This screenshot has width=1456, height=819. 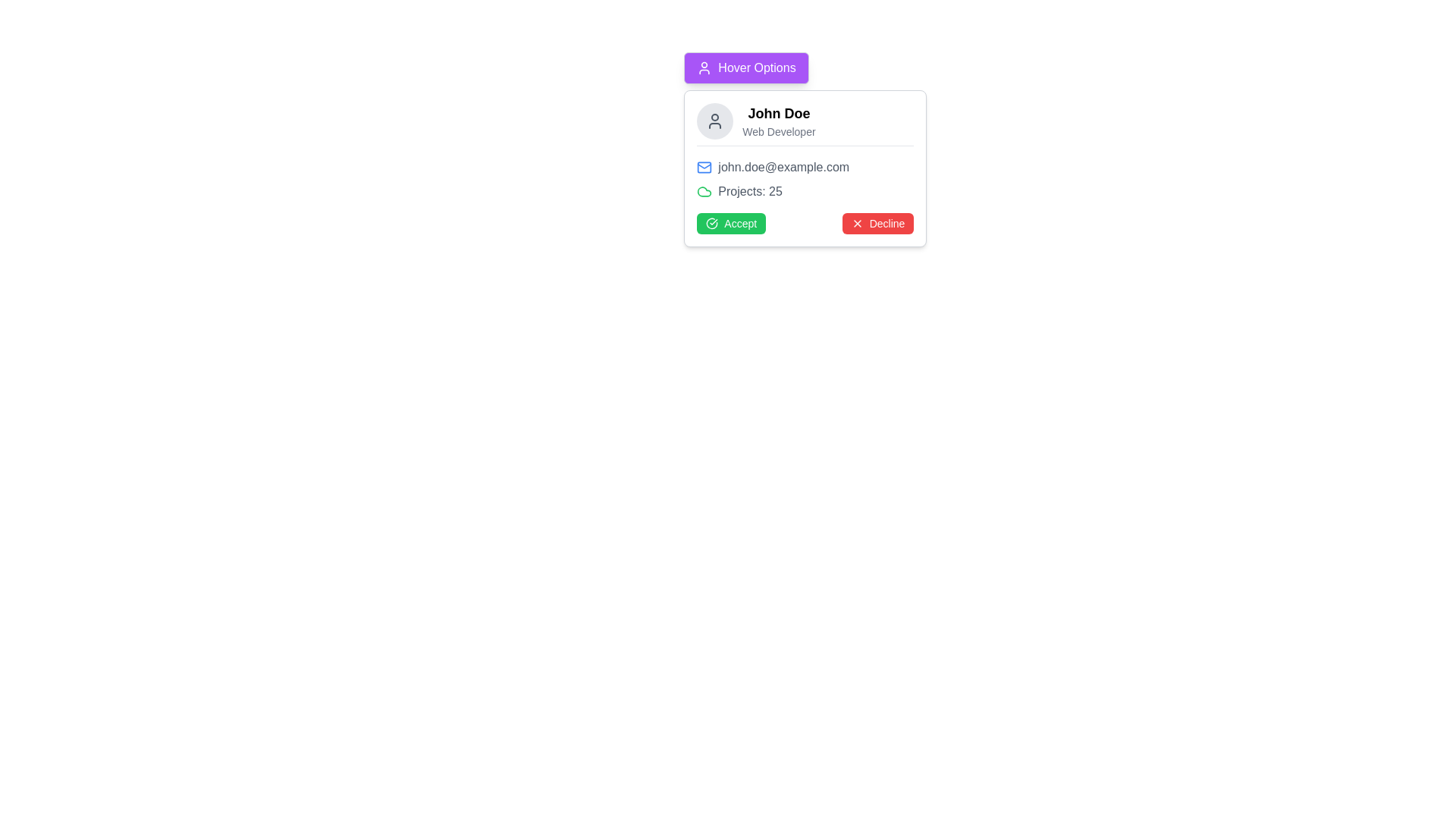 What do you see at coordinates (877, 223) in the screenshot?
I see `the 'Decline' button, which is a rectangular button with a red background and white text reading 'Decline', located towards the bottom-right of the modal dialog` at bounding box center [877, 223].